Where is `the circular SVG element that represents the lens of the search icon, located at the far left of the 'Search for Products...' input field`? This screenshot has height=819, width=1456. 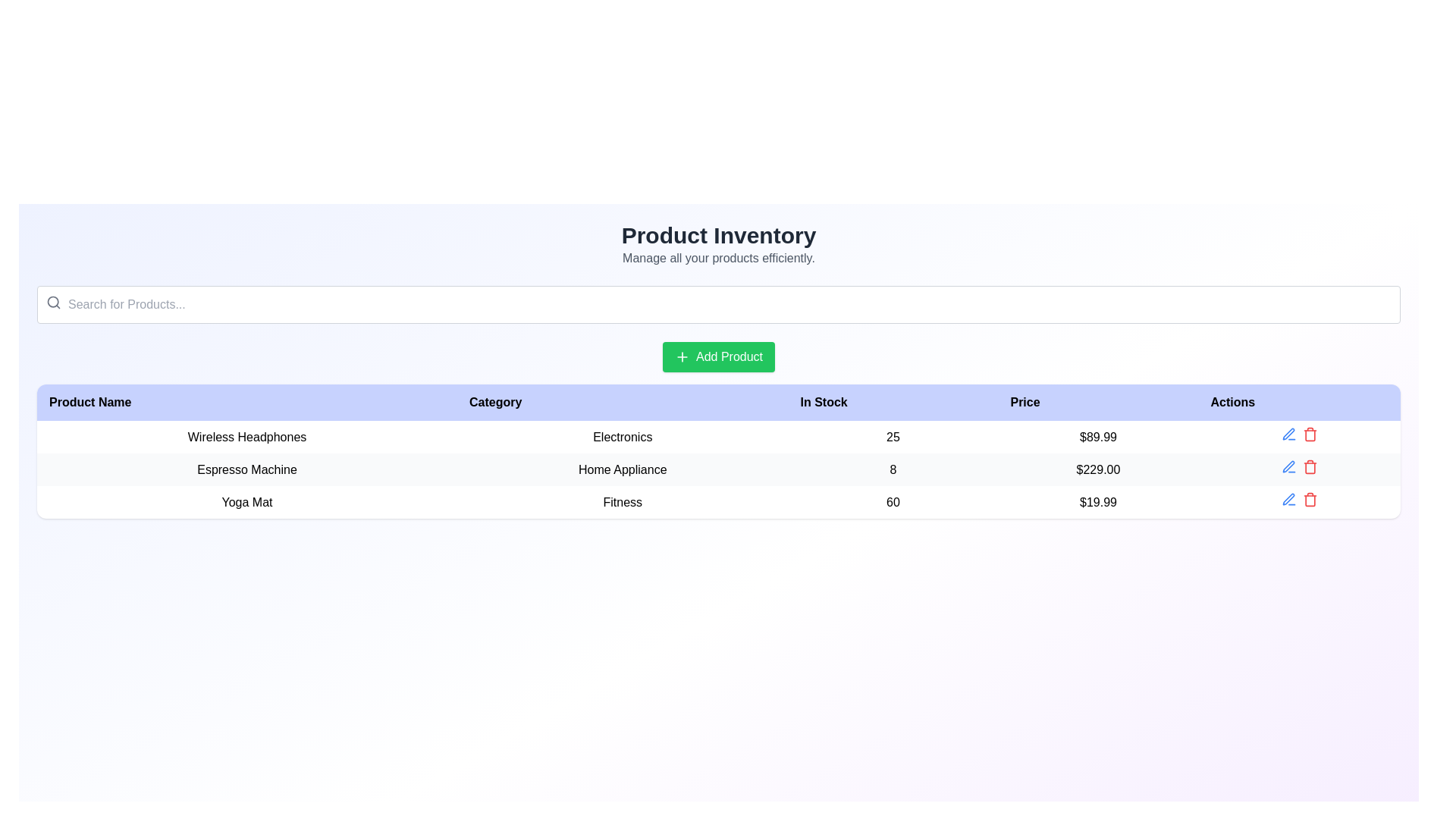 the circular SVG element that represents the lens of the search icon, located at the far left of the 'Search for Products...' input field is located at coordinates (53, 302).